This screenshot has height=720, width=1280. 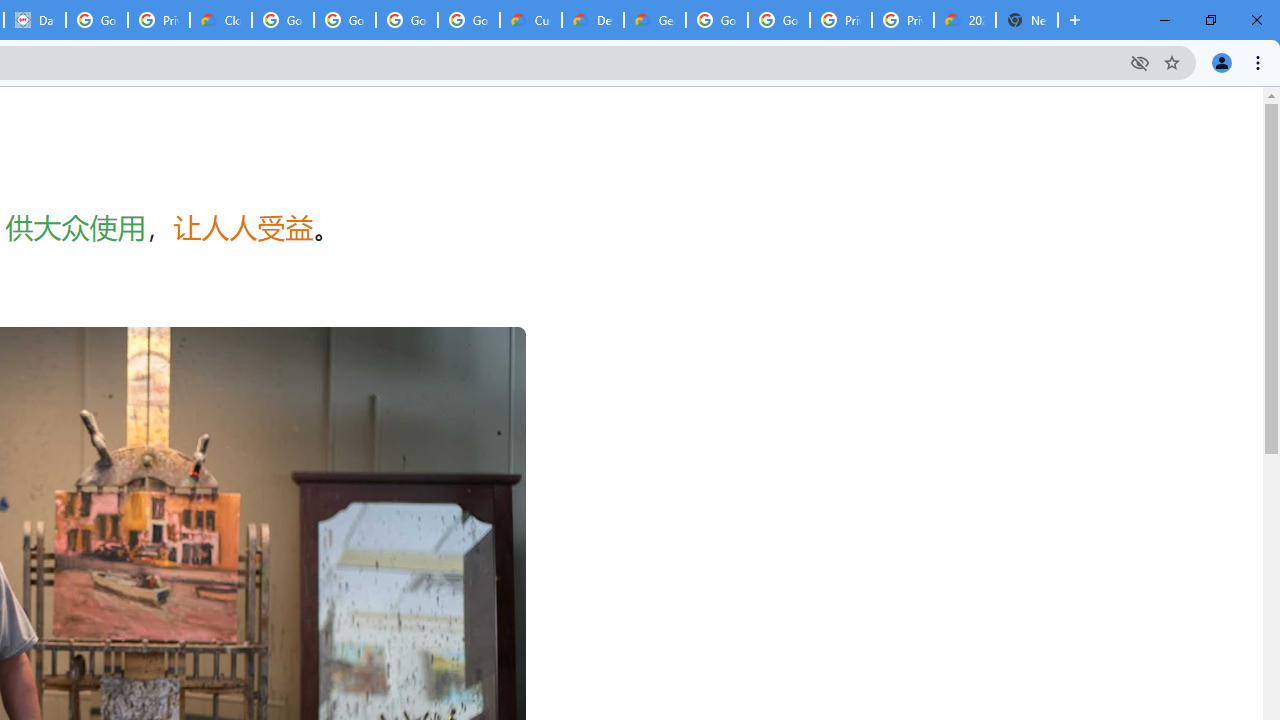 I want to click on 'Cloud Data Processing Addendum | Google Cloud', so click(x=220, y=20).